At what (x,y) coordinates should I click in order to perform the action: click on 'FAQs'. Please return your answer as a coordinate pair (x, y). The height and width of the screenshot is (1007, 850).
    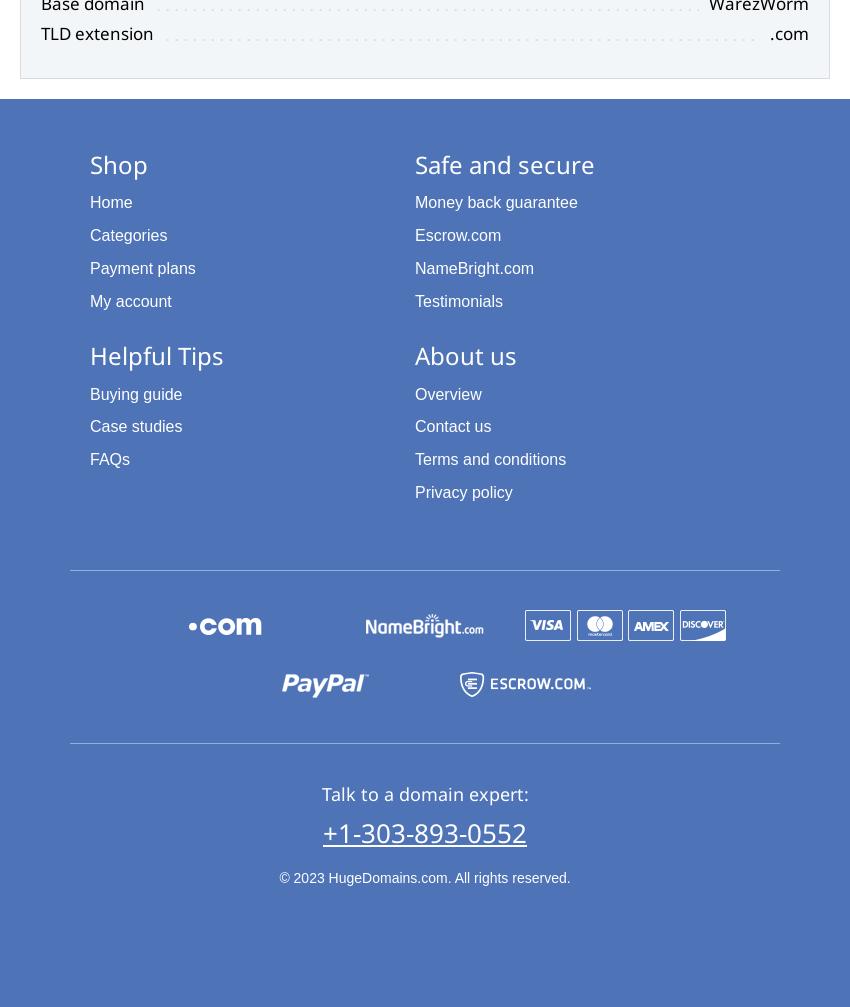
    Looking at the image, I should click on (108, 459).